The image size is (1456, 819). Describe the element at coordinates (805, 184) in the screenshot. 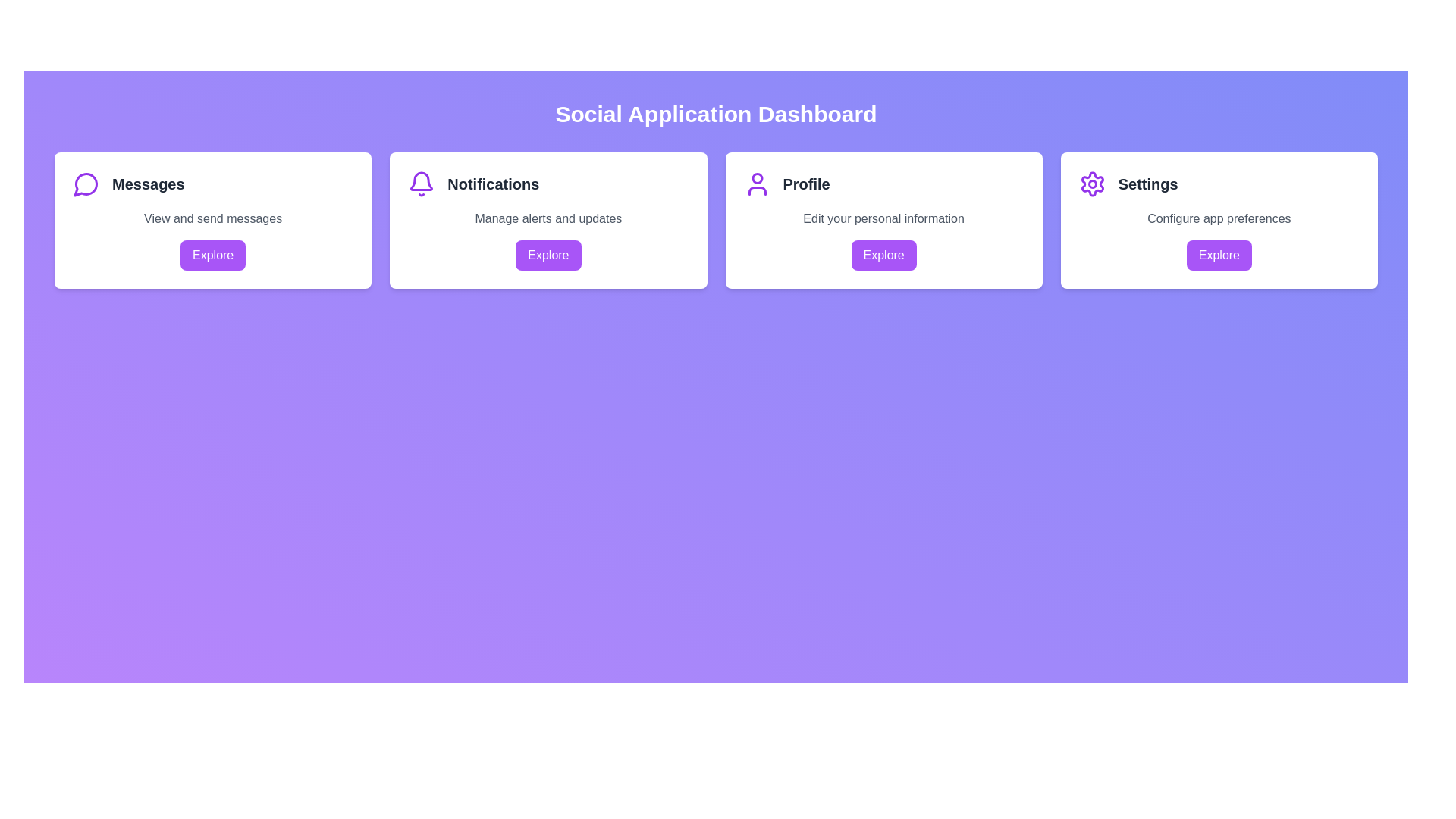

I see `text displayed on the 'Profile' text label, which is a bold text adjacent to a purple user icon in the third card from the left on the dashboard page` at that location.